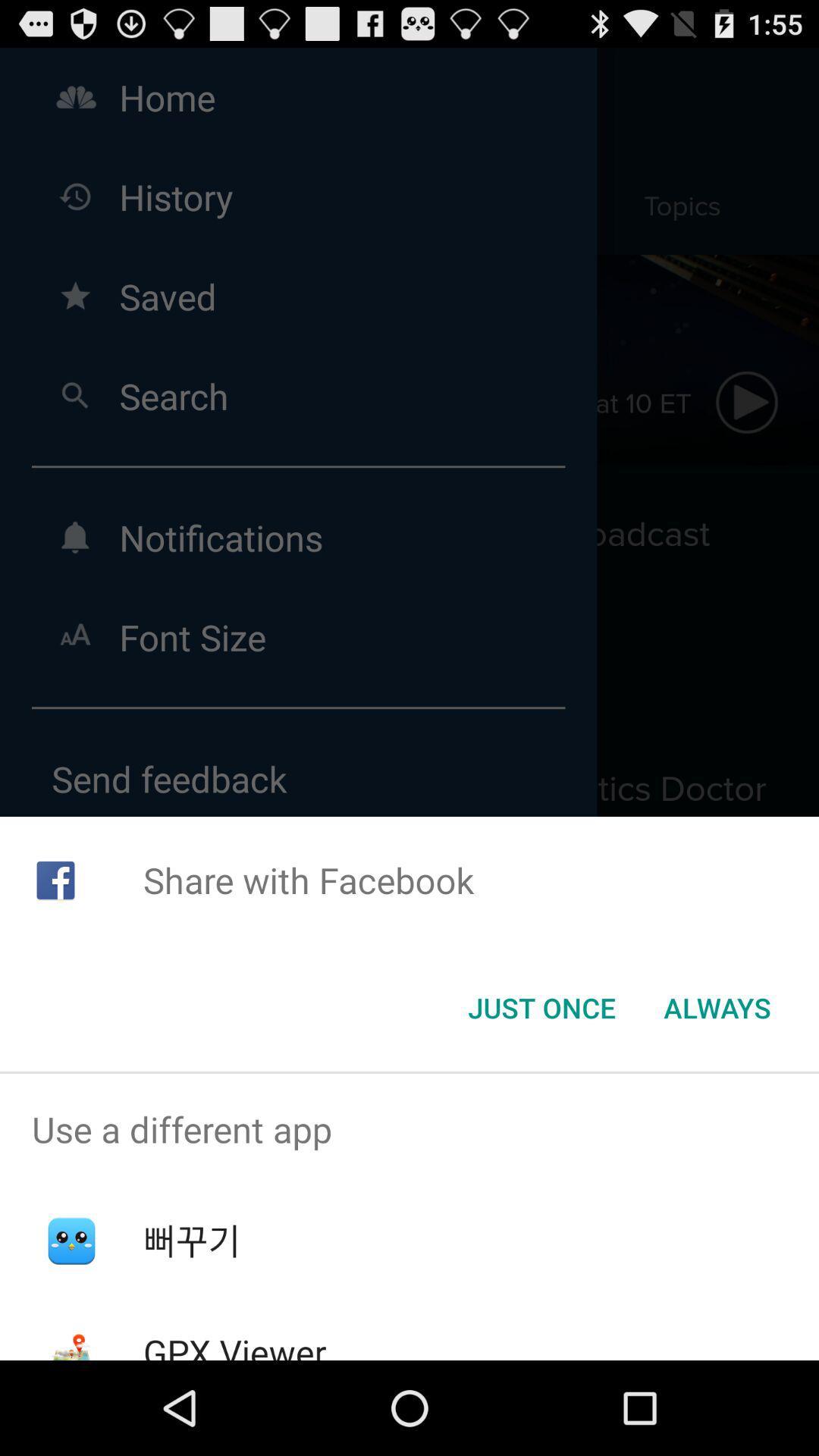 This screenshot has height=1456, width=819. Describe the element at coordinates (409, 1129) in the screenshot. I see `use a different item` at that location.